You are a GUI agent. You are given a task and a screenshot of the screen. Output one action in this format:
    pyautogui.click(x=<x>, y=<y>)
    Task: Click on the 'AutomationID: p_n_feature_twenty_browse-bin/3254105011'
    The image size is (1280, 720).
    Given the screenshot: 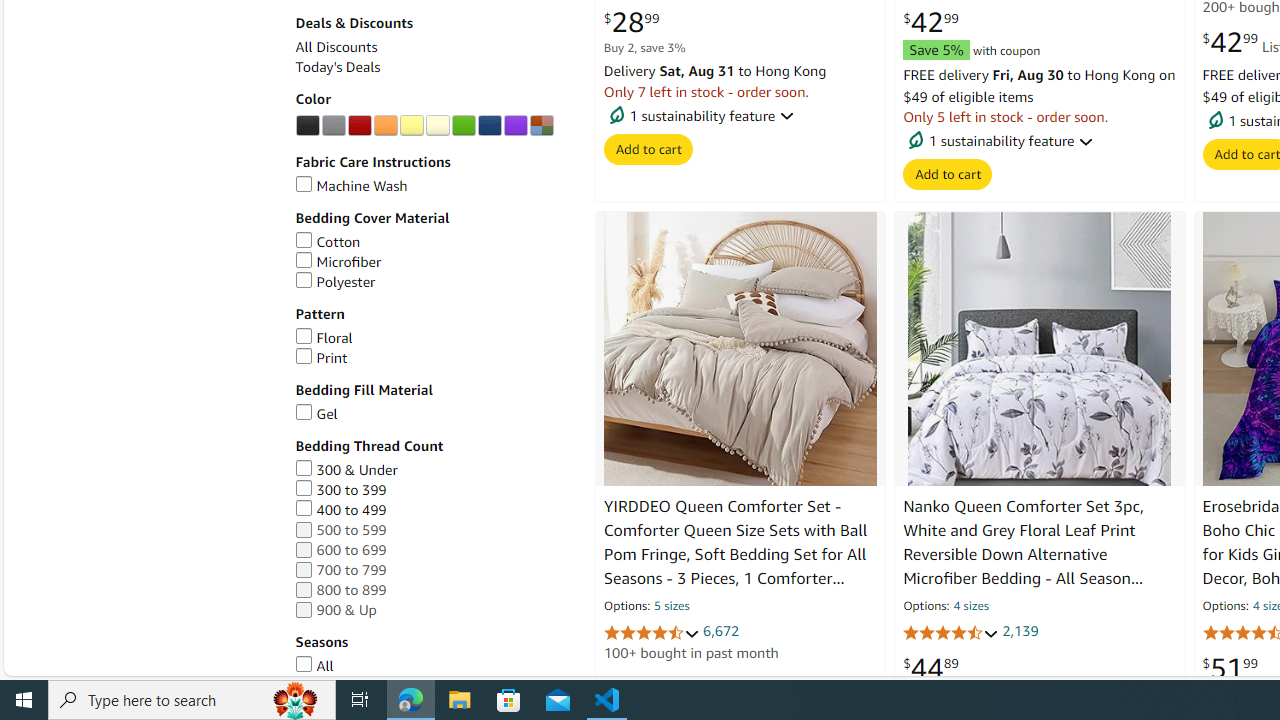 What is the action you would take?
    pyautogui.click(x=385, y=125)
    